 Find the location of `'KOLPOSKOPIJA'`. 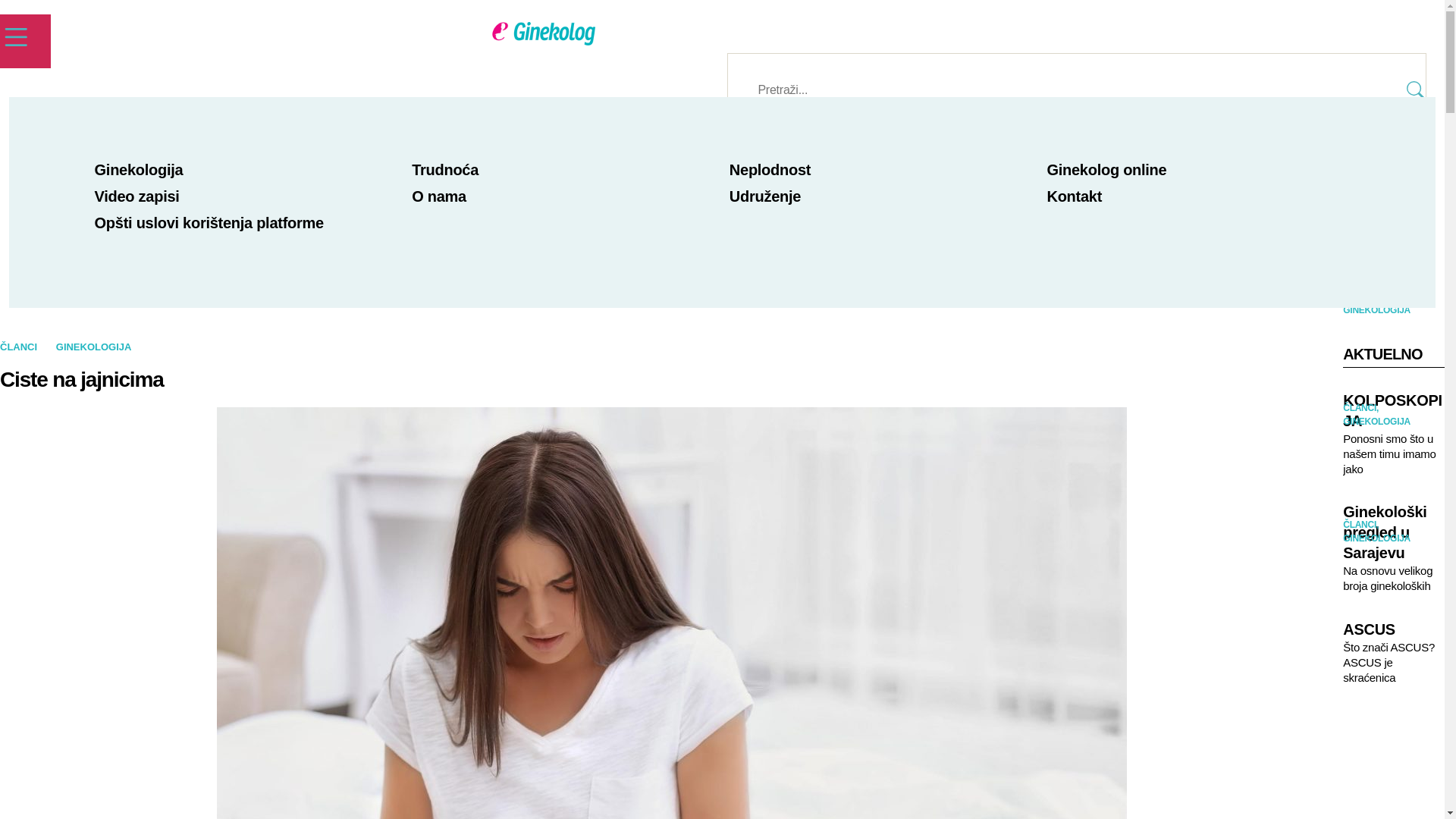

'KOLPOSKOPIJA' is located at coordinates (1343, 411).